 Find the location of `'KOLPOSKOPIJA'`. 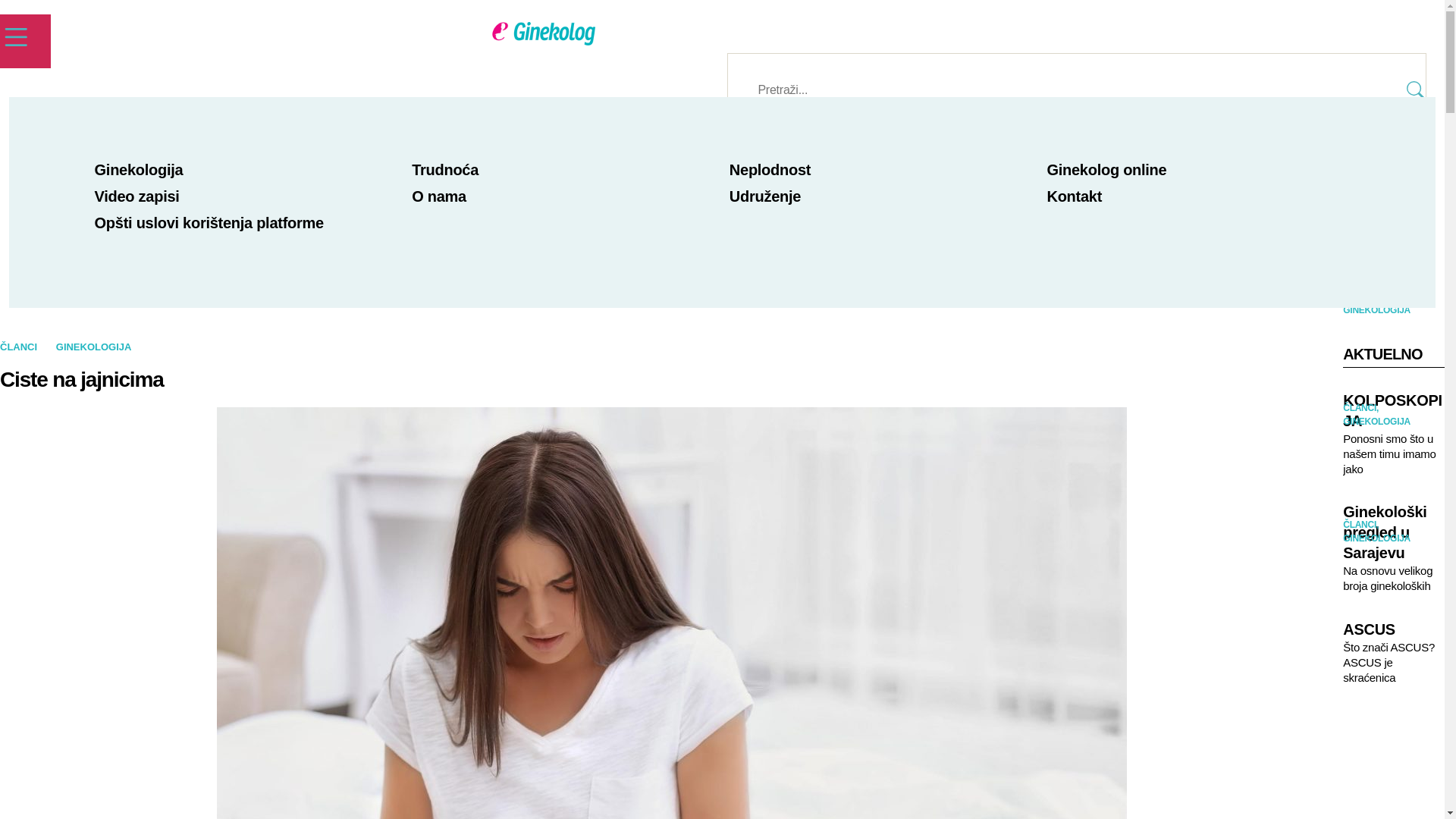

'KOLPOSKOPIJA' is located at coordinates (1343, 411).